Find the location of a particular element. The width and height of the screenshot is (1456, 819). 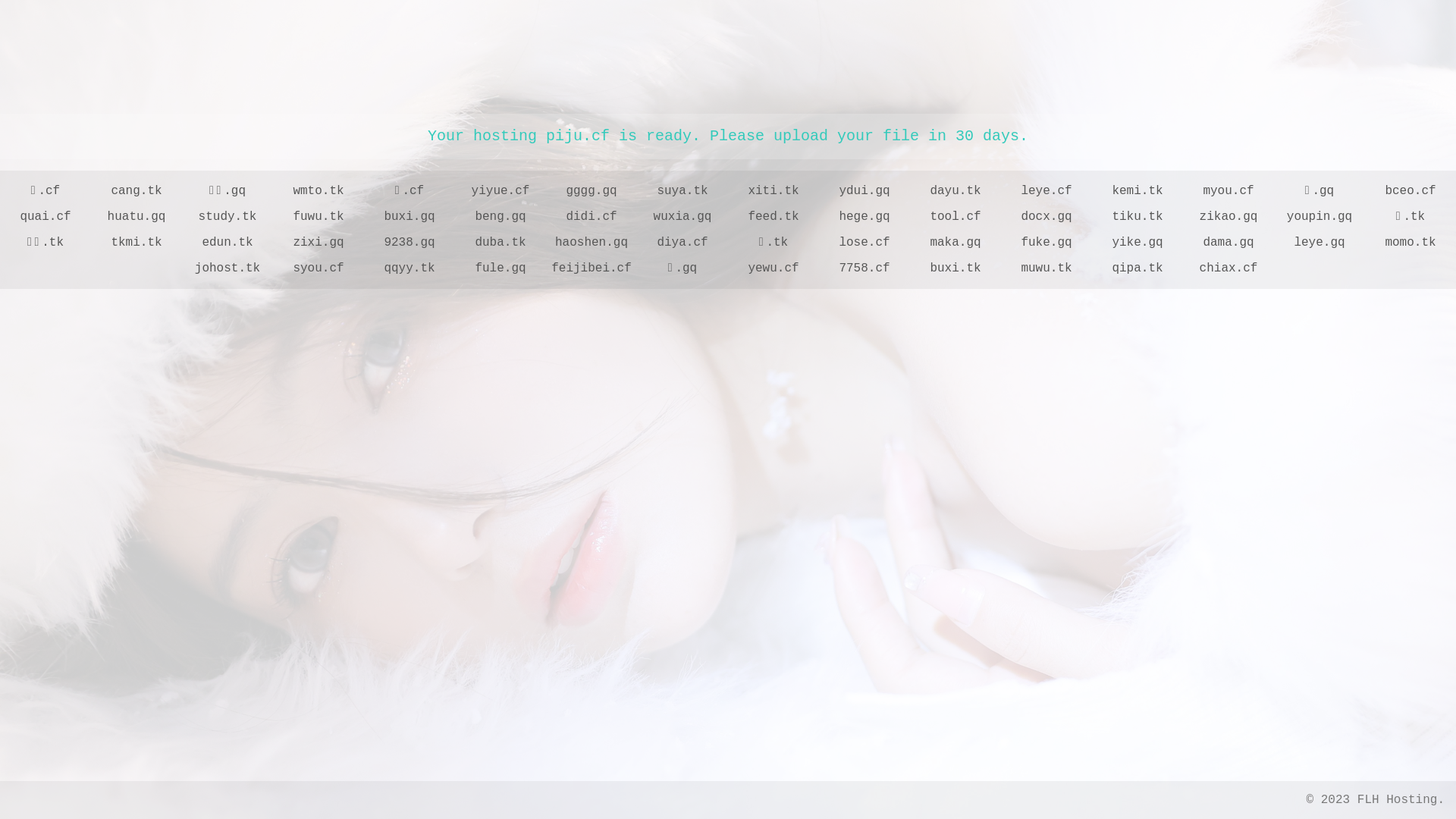

'myou.cf' is located at coordinates (1228, 190).